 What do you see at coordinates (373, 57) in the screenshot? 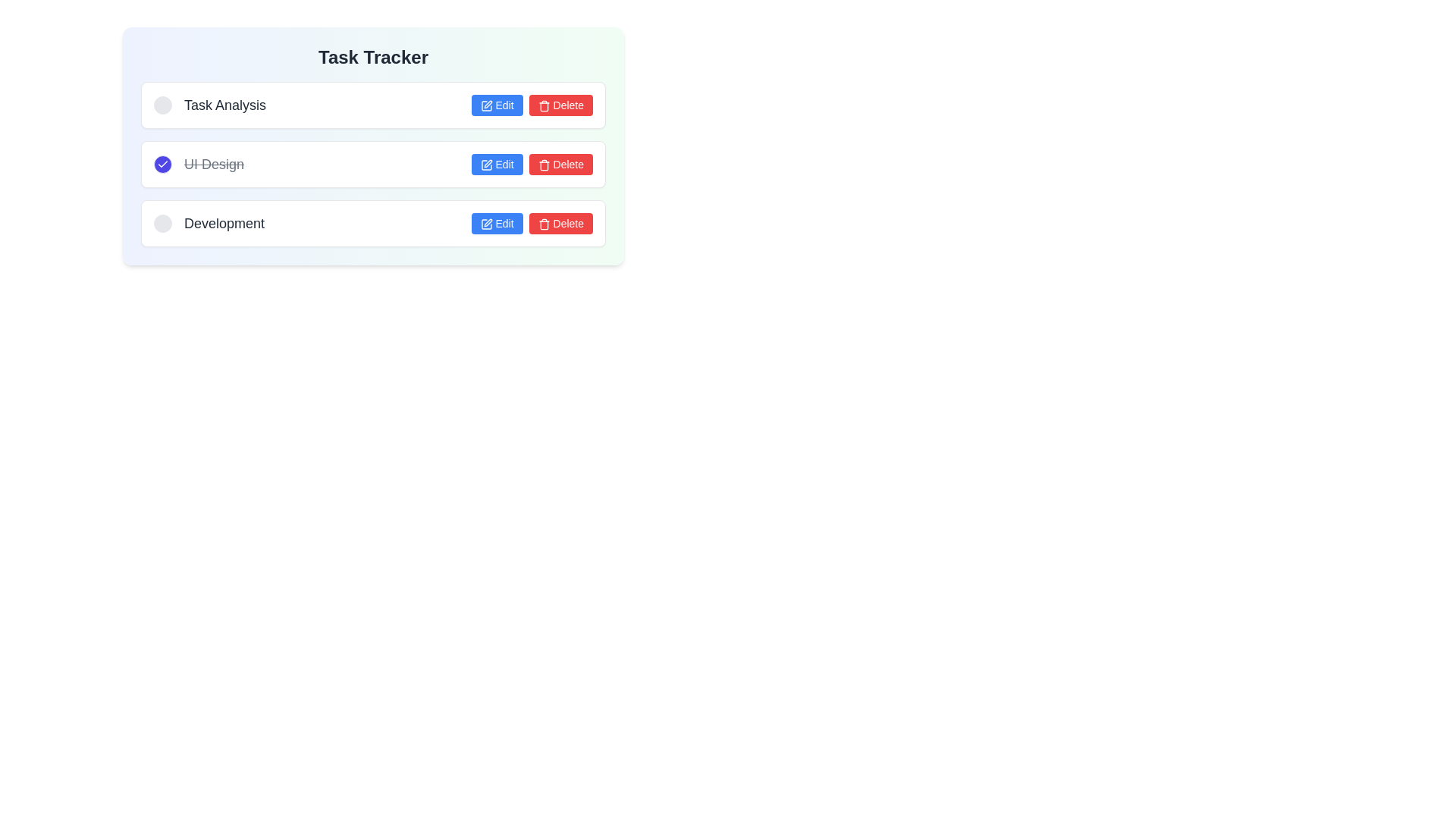
I see `the descriptive header text label for the task tracker interface, which is centrally aligned at the top of the component` at bounding box center [373, 57].